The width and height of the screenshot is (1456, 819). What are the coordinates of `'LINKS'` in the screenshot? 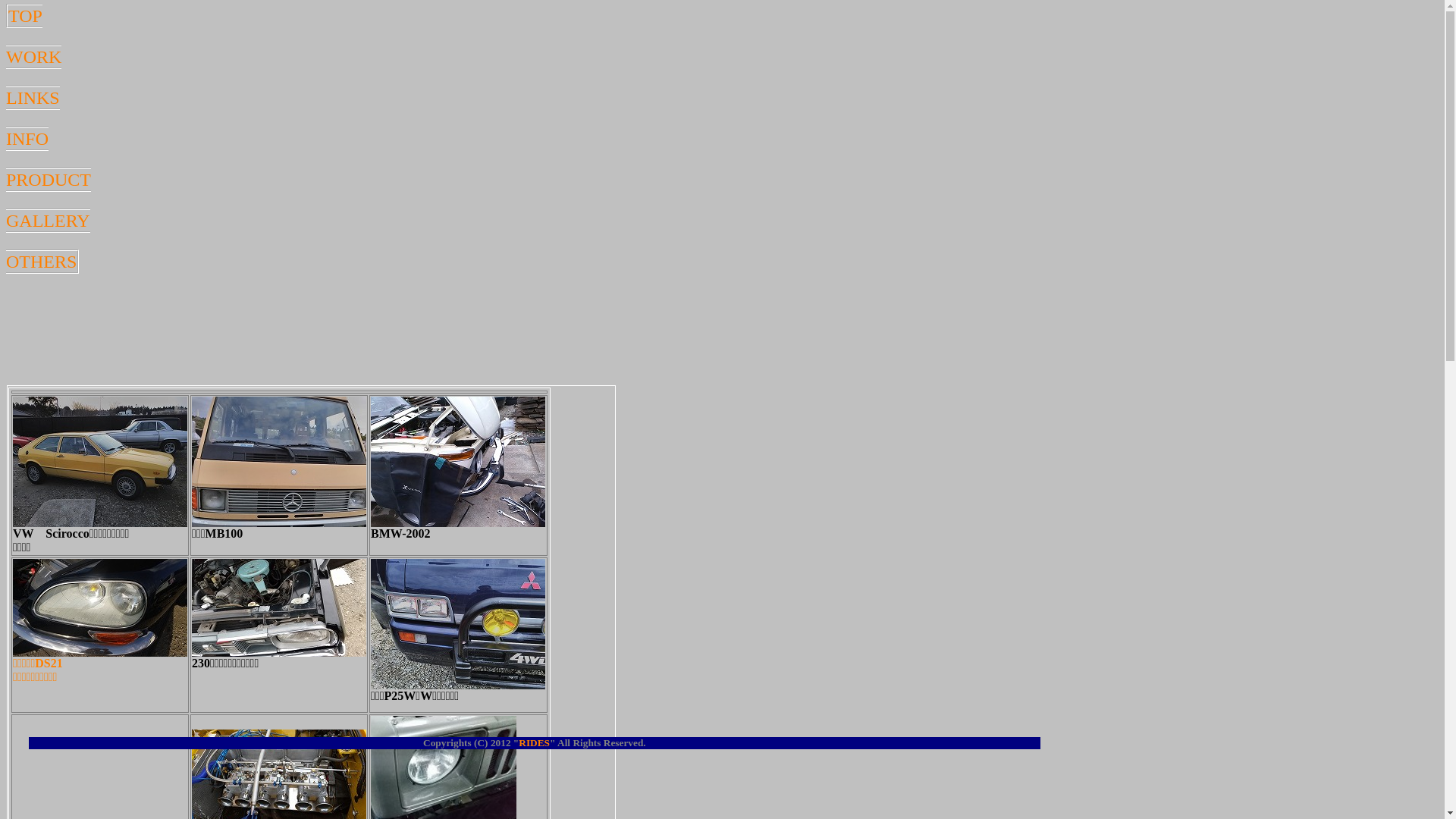 It's located at (33, 97).